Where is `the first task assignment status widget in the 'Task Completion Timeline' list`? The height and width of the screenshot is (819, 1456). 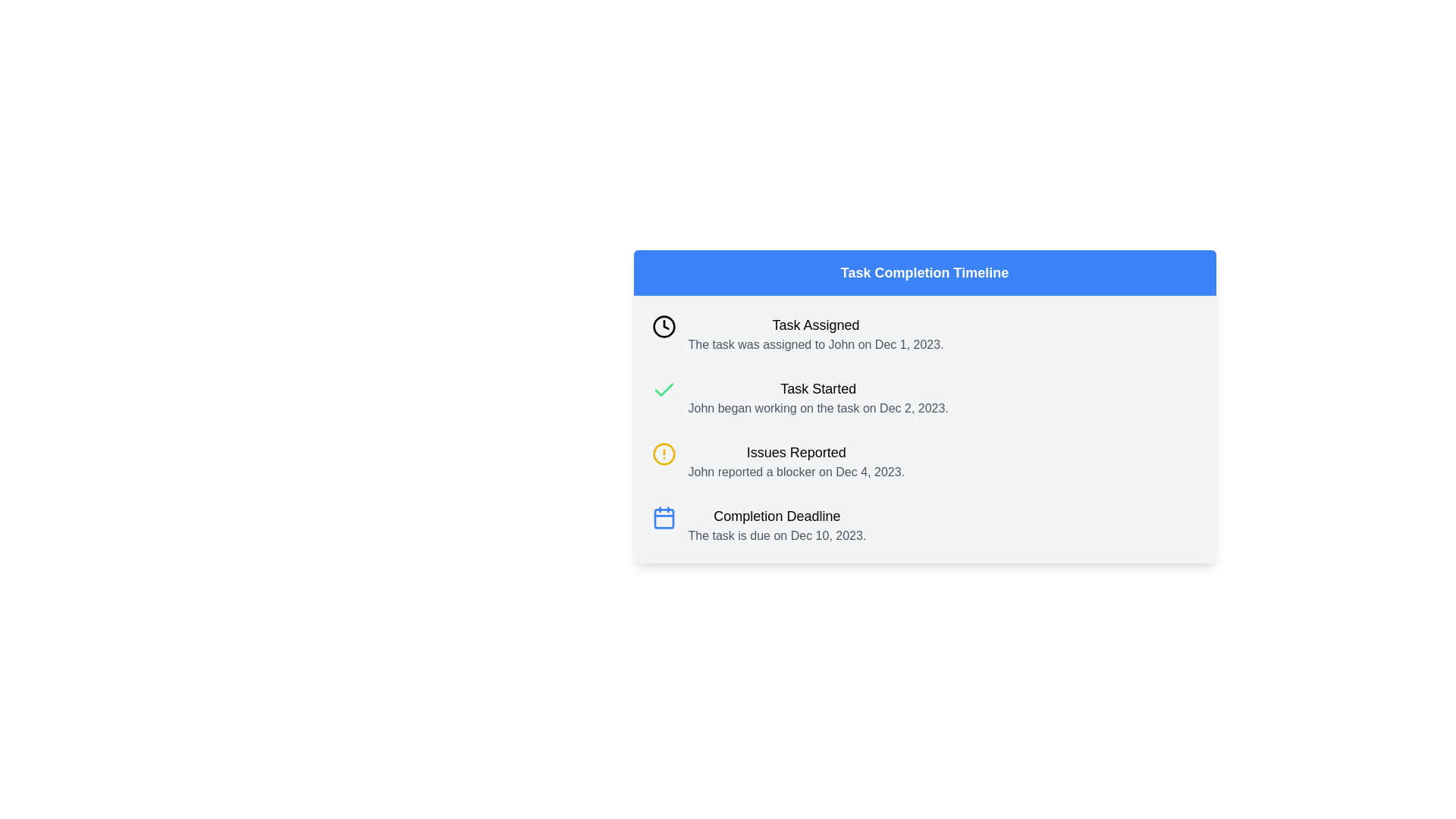 the first task assignment status widget in the 'Task Completion Timeline' list is located at coordinates (924, 333).